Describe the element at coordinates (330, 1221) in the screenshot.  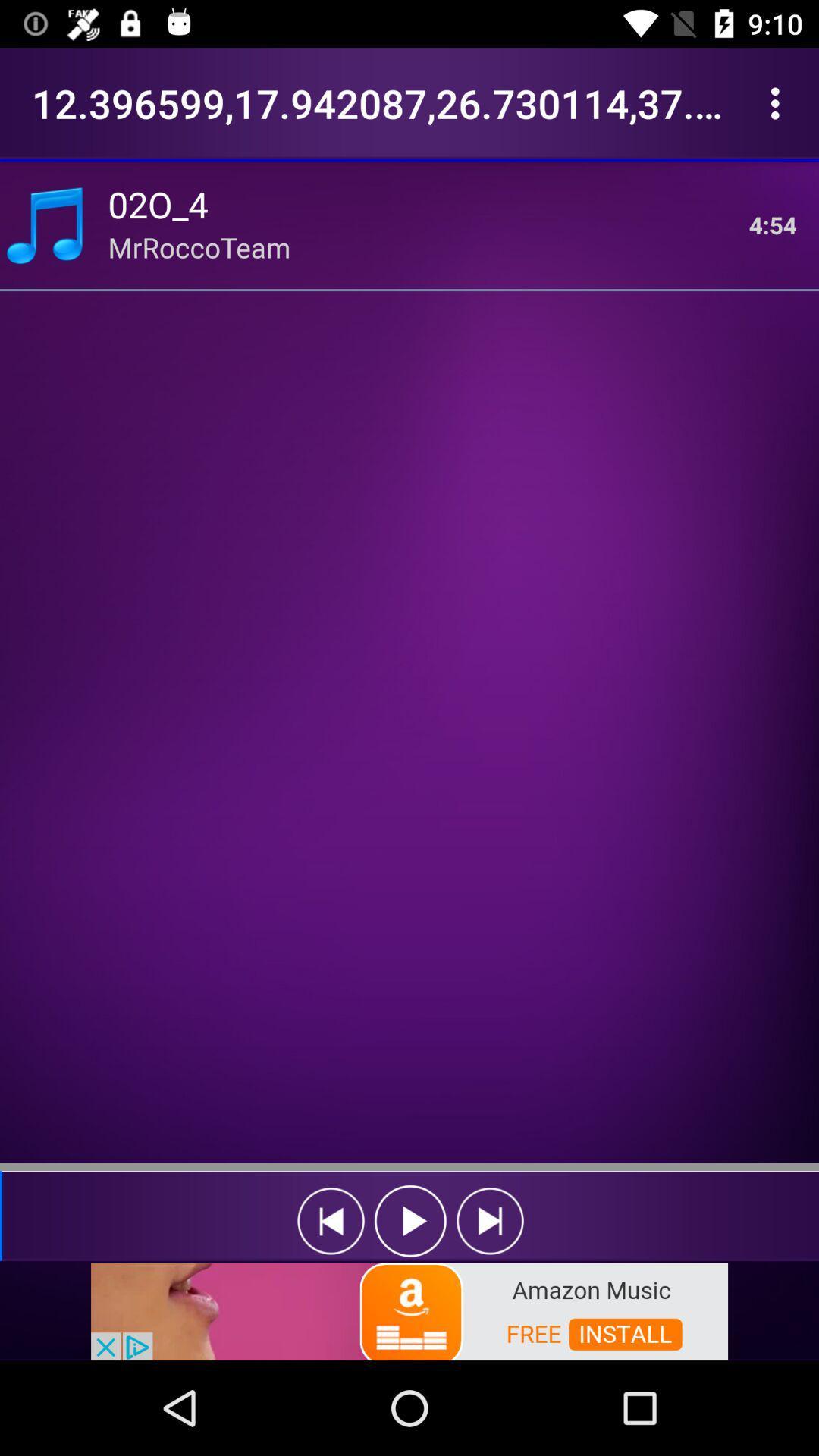
I see `go back` at that location.